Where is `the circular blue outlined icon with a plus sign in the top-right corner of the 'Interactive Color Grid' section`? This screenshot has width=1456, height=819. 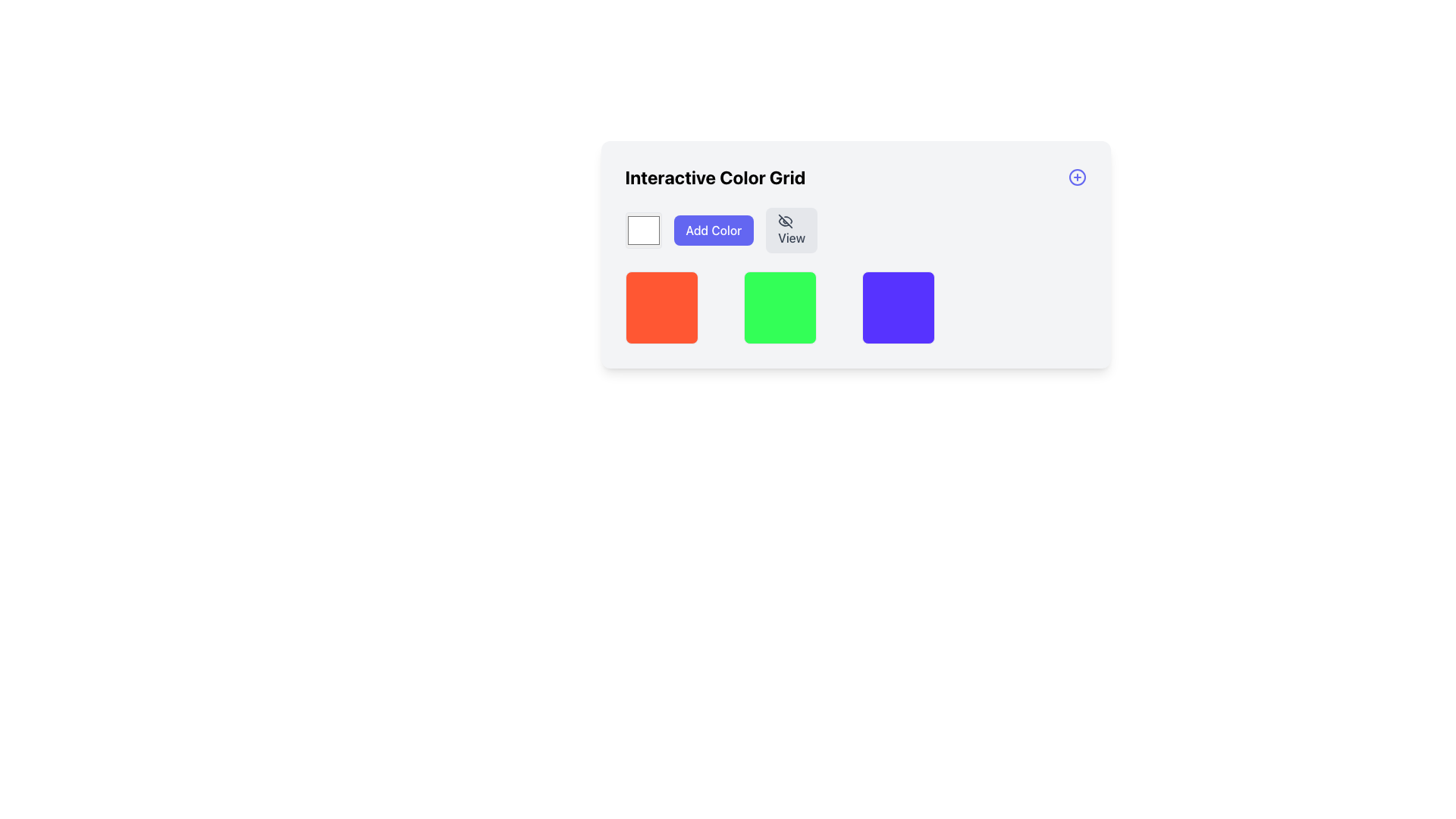 the circular blue outlined icon with a plus sign in the top-right corner of the 'Interactive Color Grid' section is located at coordinates (1076, 177).